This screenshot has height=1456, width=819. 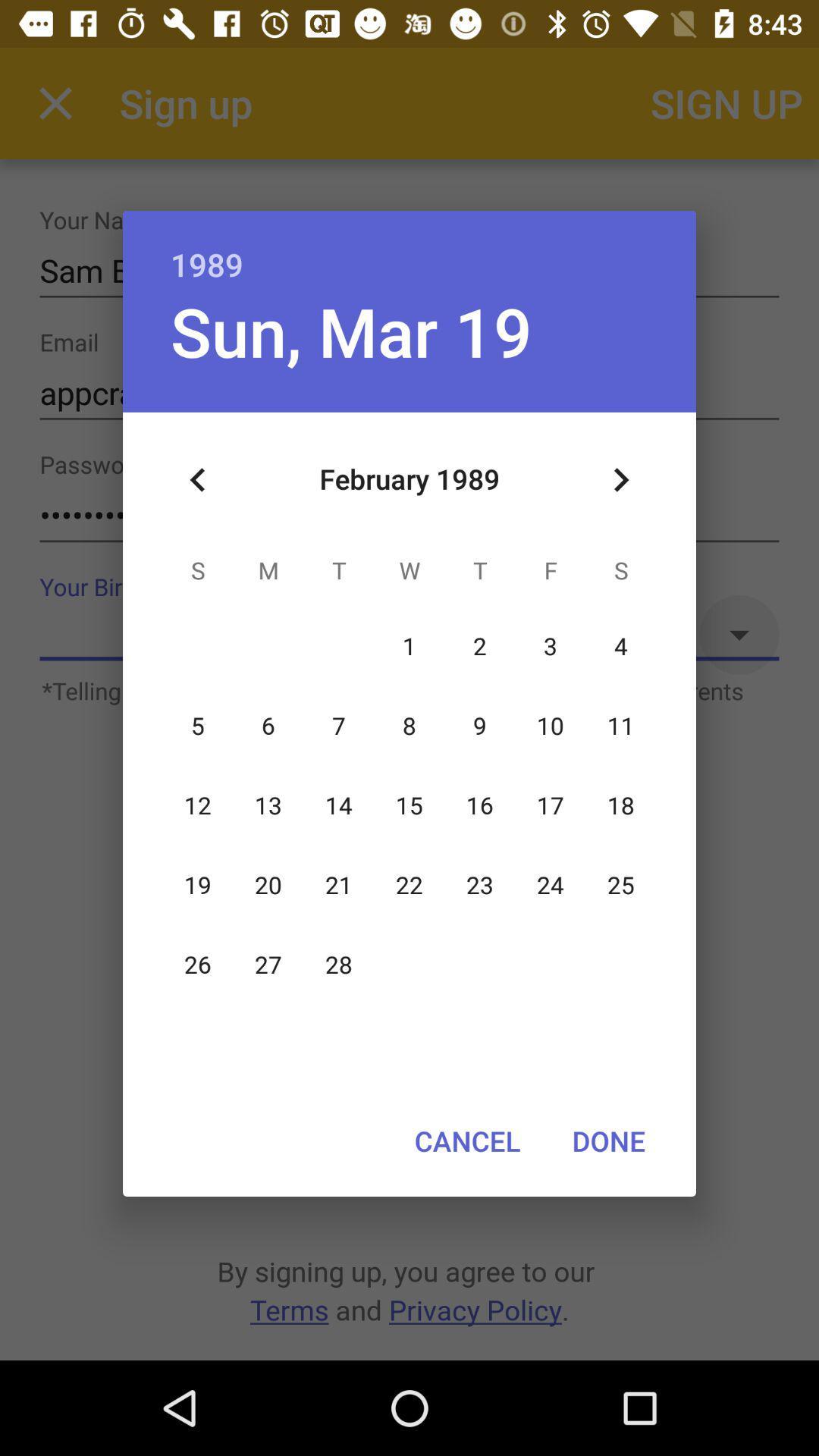 What do you see at coordinates (620, 479) in the screenshot?
I see `item below 1989 icon` at bounding box center [620, 479].